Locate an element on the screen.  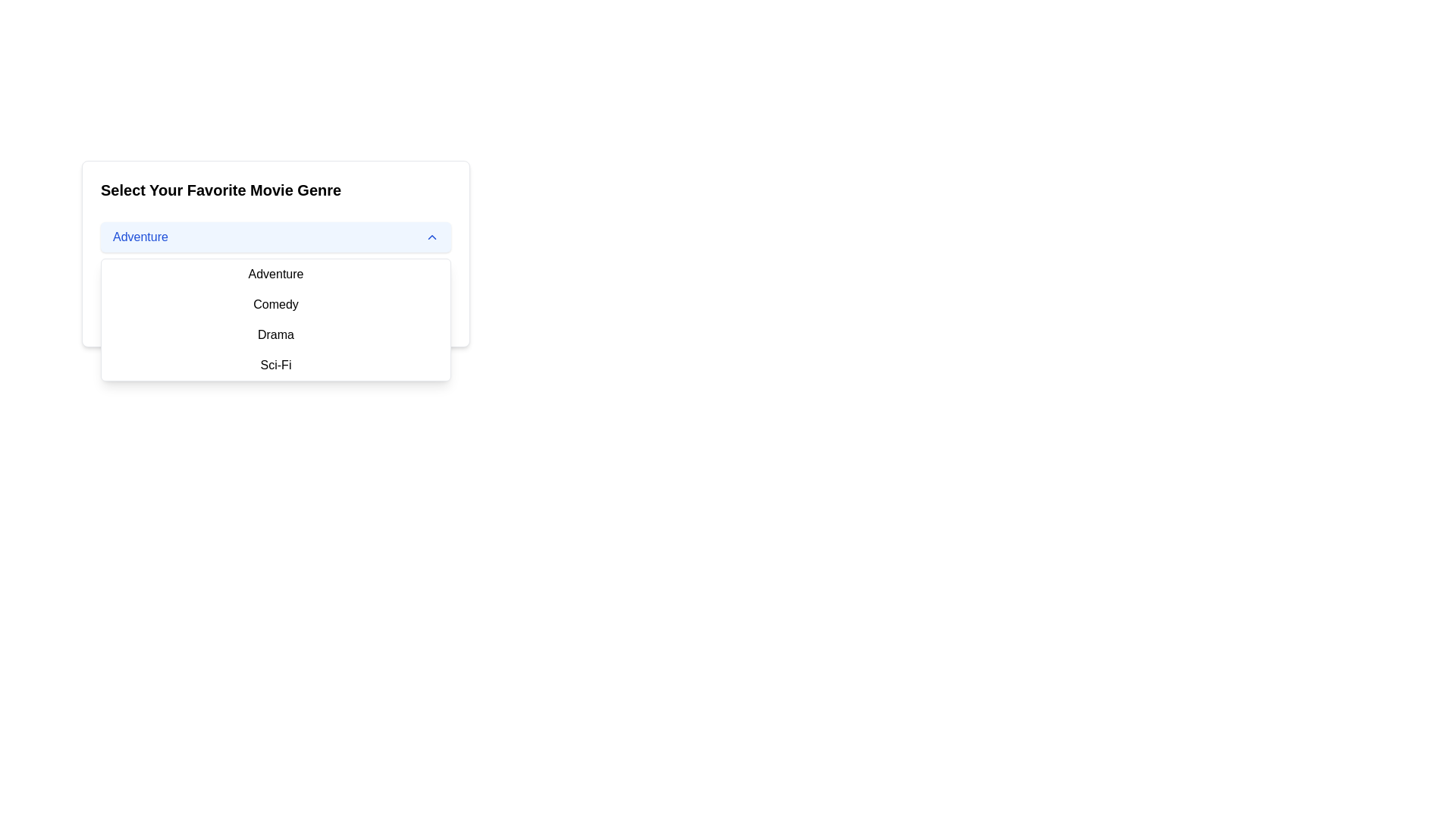
the 'Comedy' selectable list item in the dropdown menu is located at coordinates (276, 304).